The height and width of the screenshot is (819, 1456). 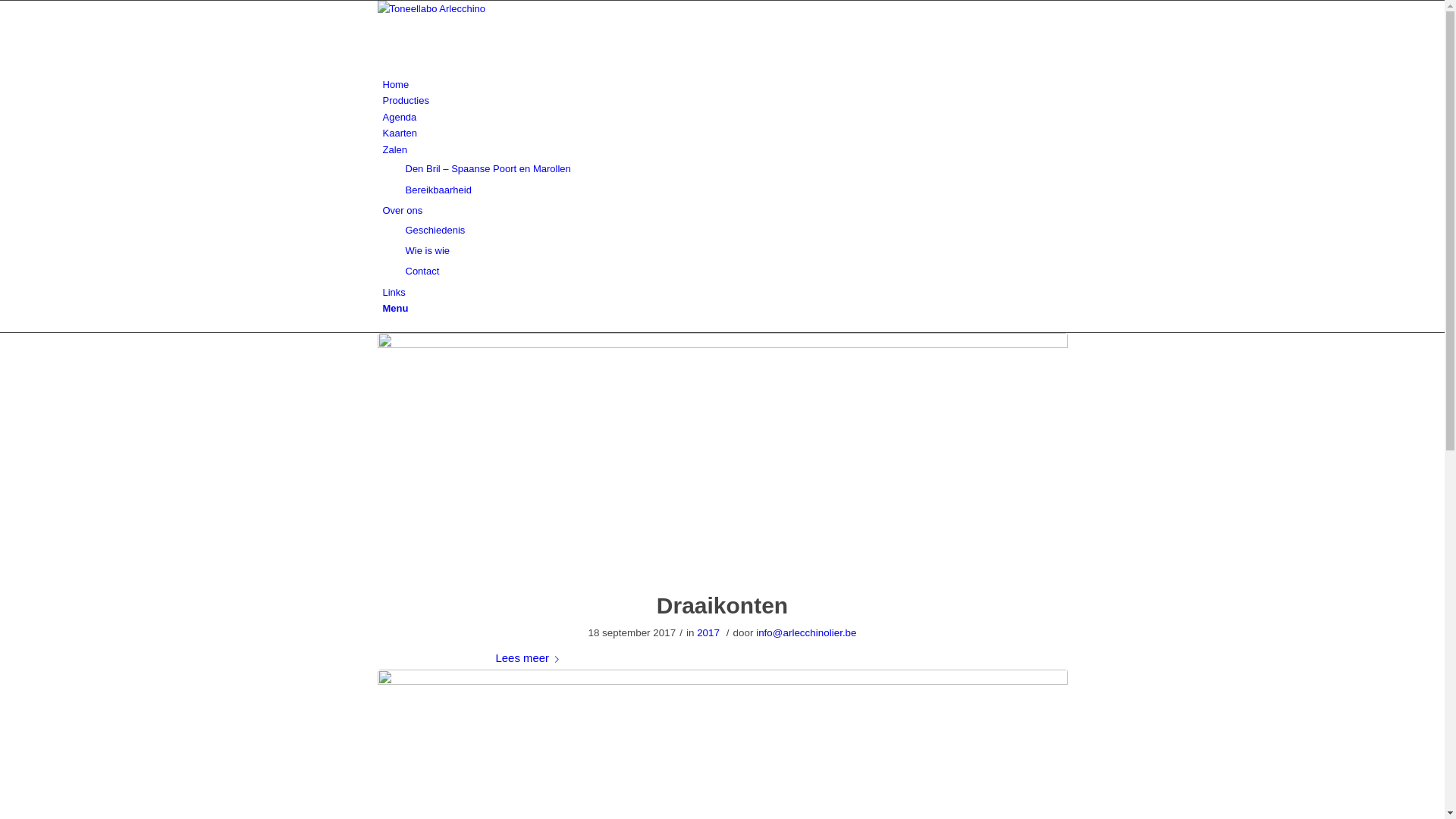 I want to click on '2017', so click(x=708, y=632).